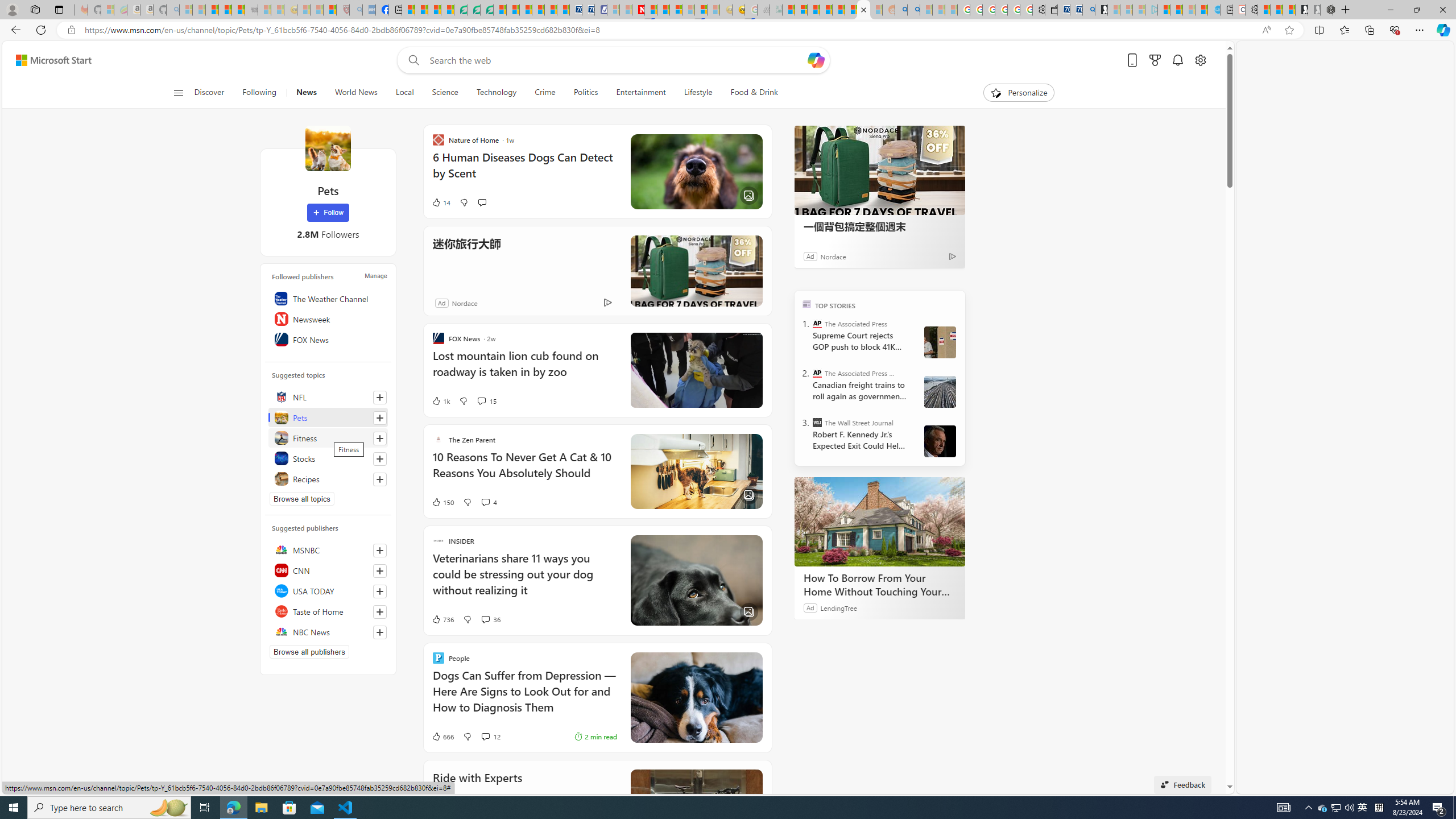  I want to click on 'Nordace - Nordace Siena Is Not An Ordinary Backpack', so click(1326, 9).